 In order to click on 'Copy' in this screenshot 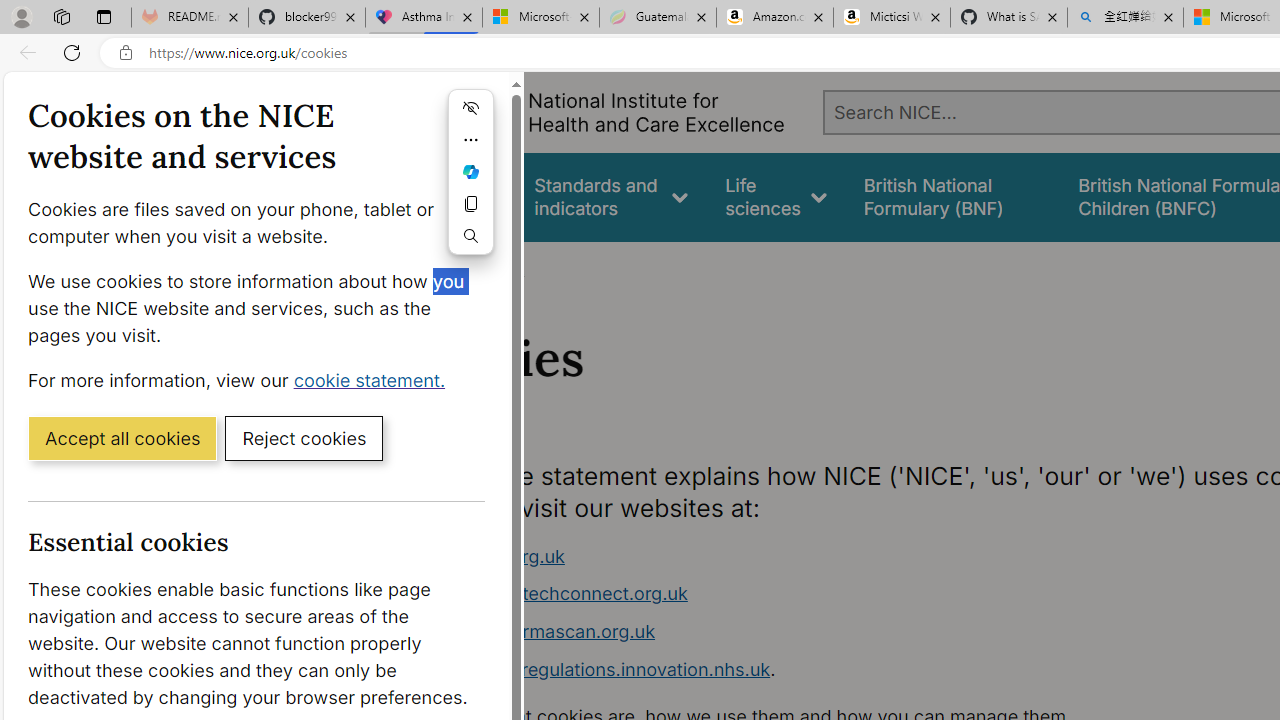, I will do `click(470, 204)`.